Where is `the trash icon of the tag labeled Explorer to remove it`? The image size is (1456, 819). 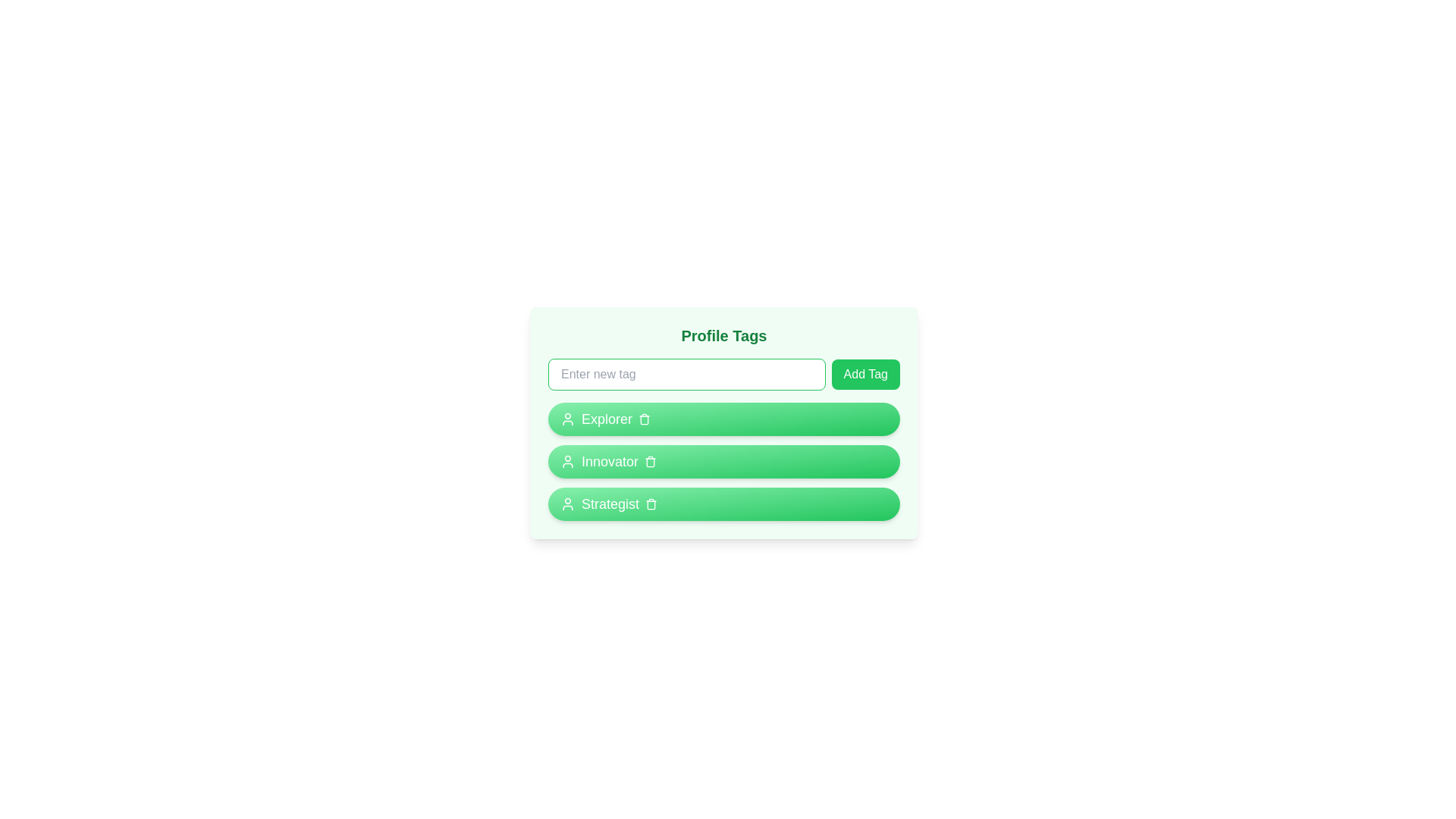
the trash icon of the tag labeled Explorer to remove it is located at coordinates (644, 419).